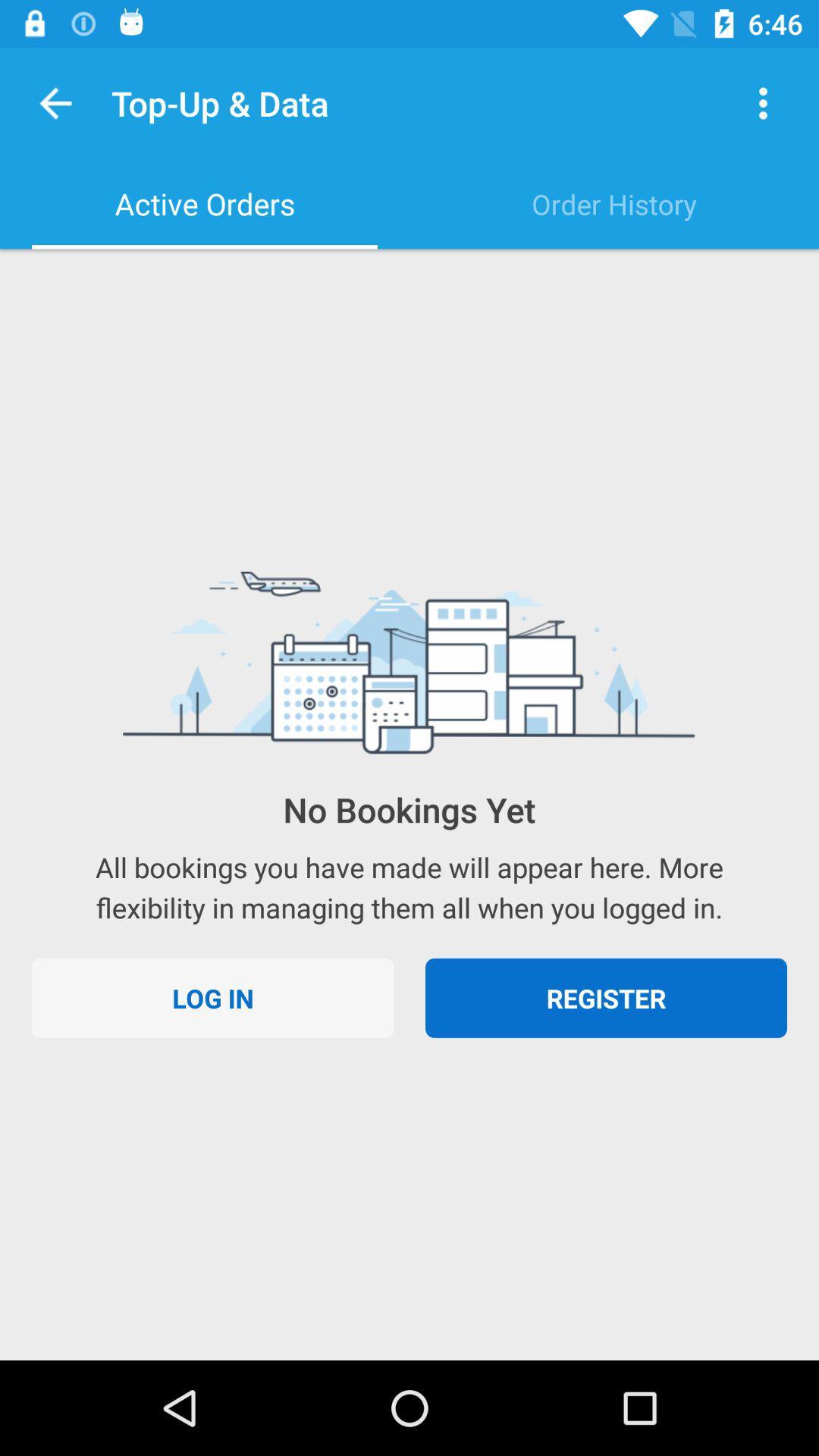 The width and height of the screenshot is (819, 1456). Describe the element at coordinates (763, 102) in the screenshot. I see `the icon to the right of the top-up & data item` at that location.